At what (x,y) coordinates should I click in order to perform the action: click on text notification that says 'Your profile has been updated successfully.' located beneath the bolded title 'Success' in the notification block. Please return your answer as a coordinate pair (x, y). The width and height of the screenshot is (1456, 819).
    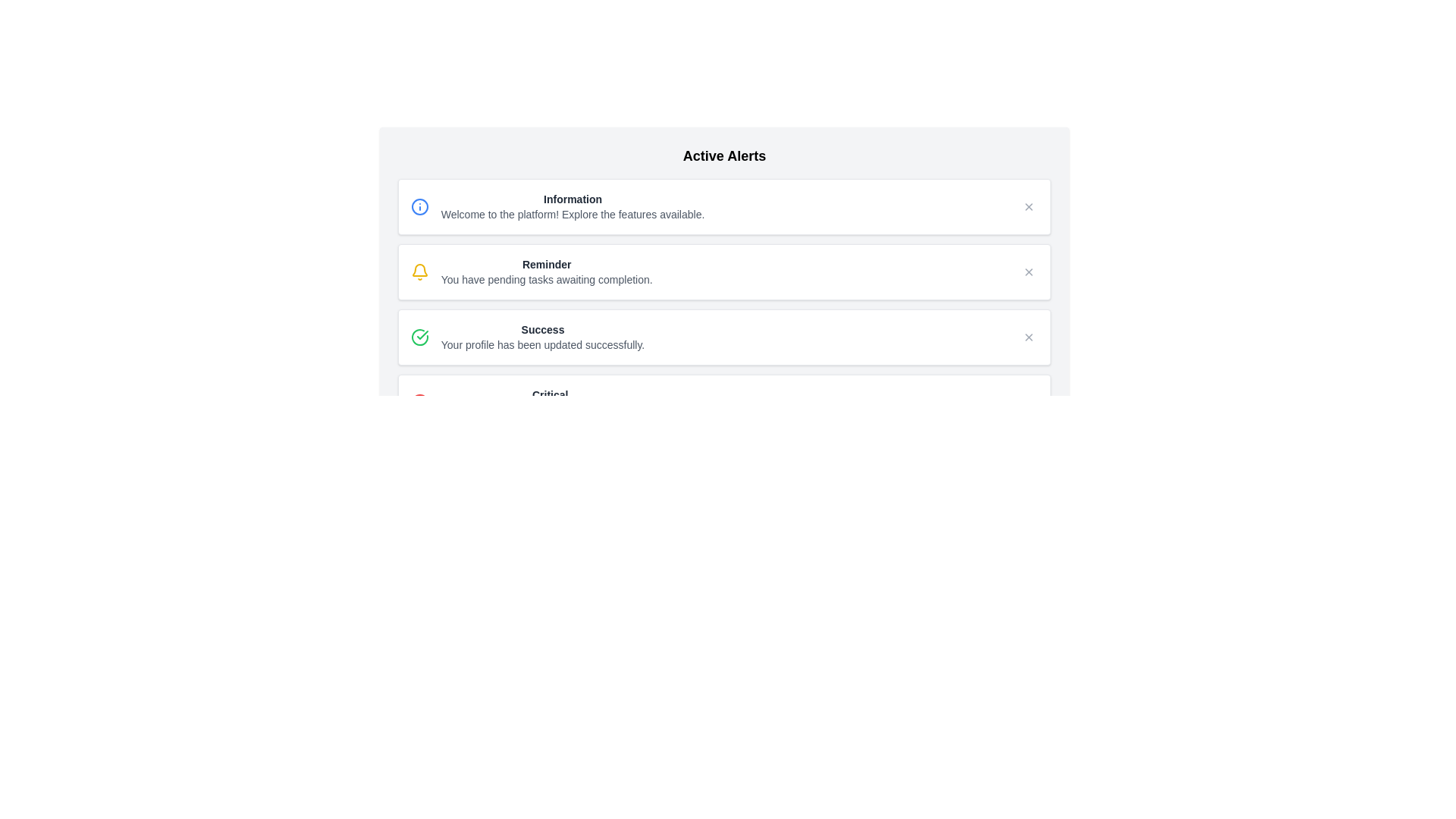
    Looking at the image, I should click on (542, 345).